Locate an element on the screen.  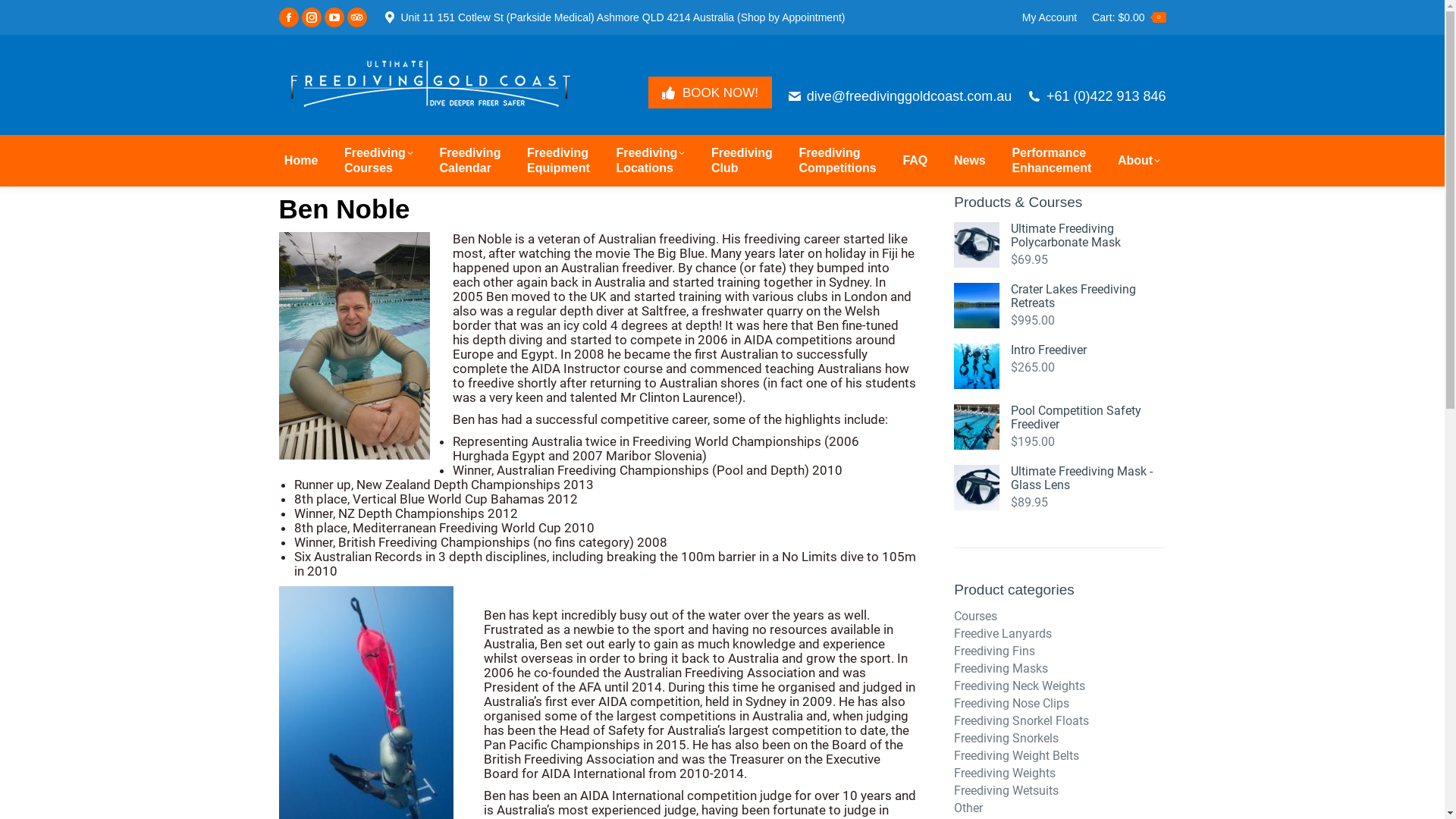
'About' is located at coordinates (1139, 161).